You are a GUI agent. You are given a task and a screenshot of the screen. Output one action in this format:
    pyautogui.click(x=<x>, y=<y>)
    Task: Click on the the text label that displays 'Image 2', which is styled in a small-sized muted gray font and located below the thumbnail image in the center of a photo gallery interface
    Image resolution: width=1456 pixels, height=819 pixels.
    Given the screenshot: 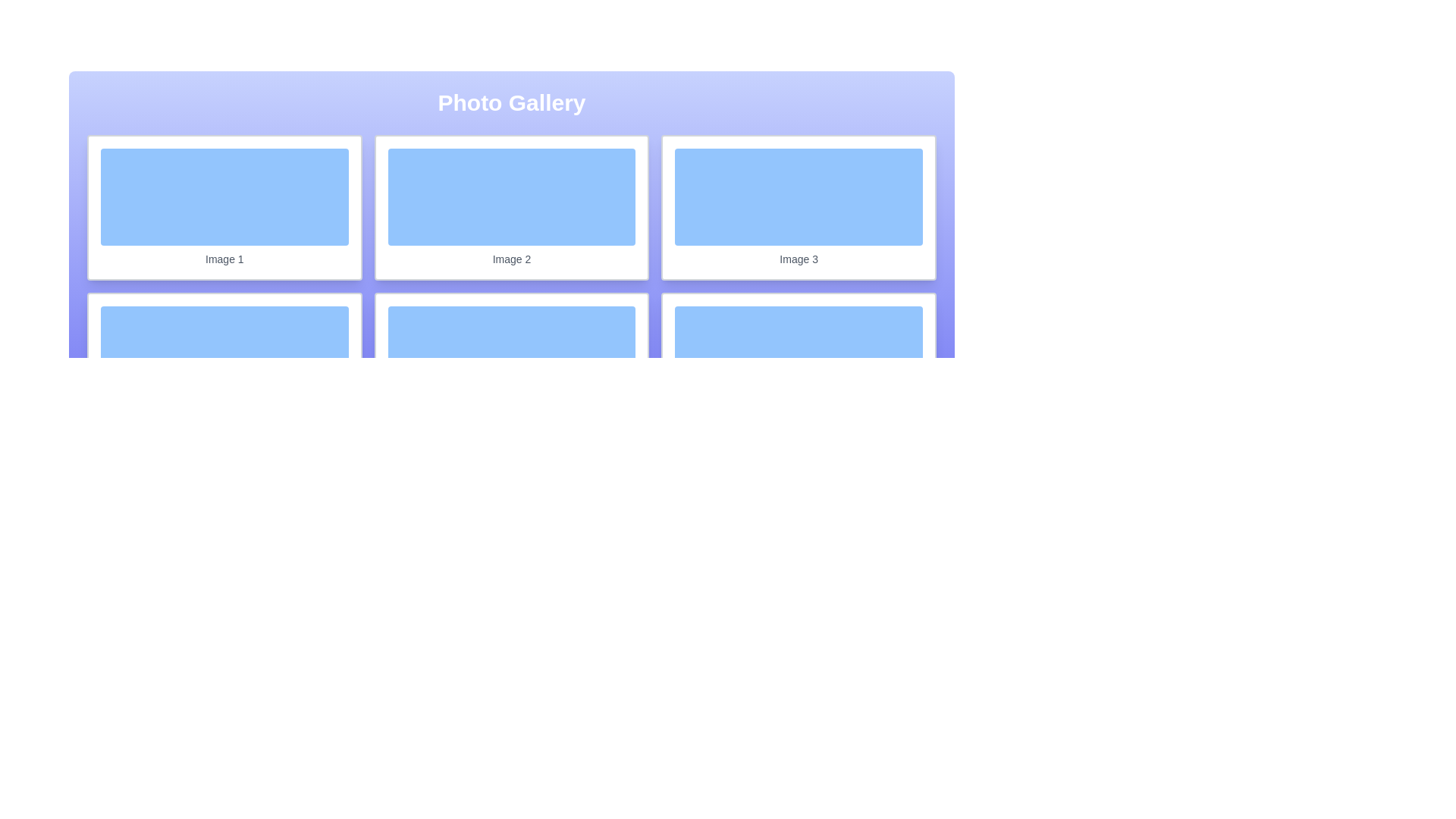 What is the action you would take?
    pyautogui.click(x=512, y=259)
    